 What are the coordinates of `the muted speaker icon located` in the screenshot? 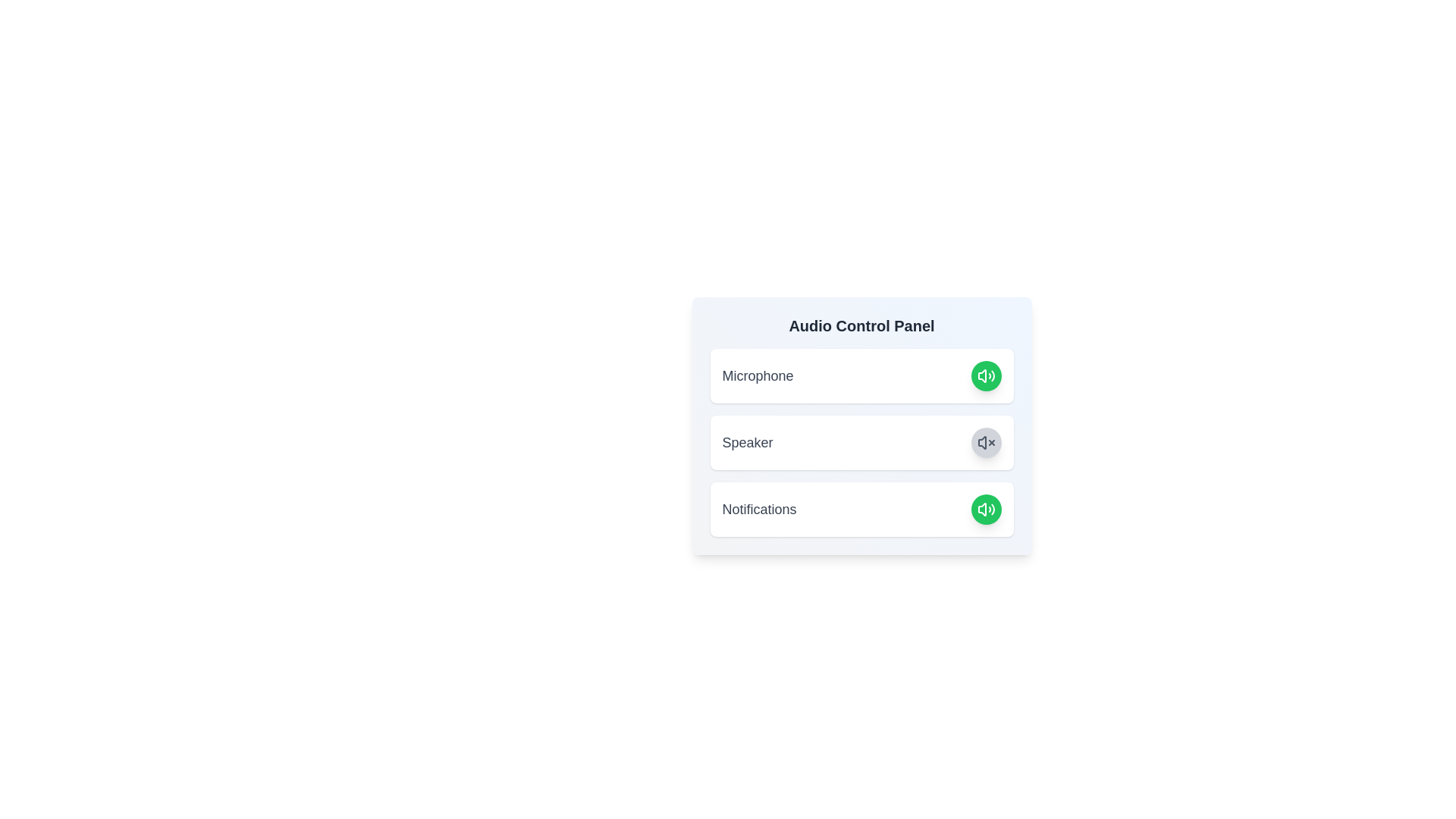 It's located at (986, 442).